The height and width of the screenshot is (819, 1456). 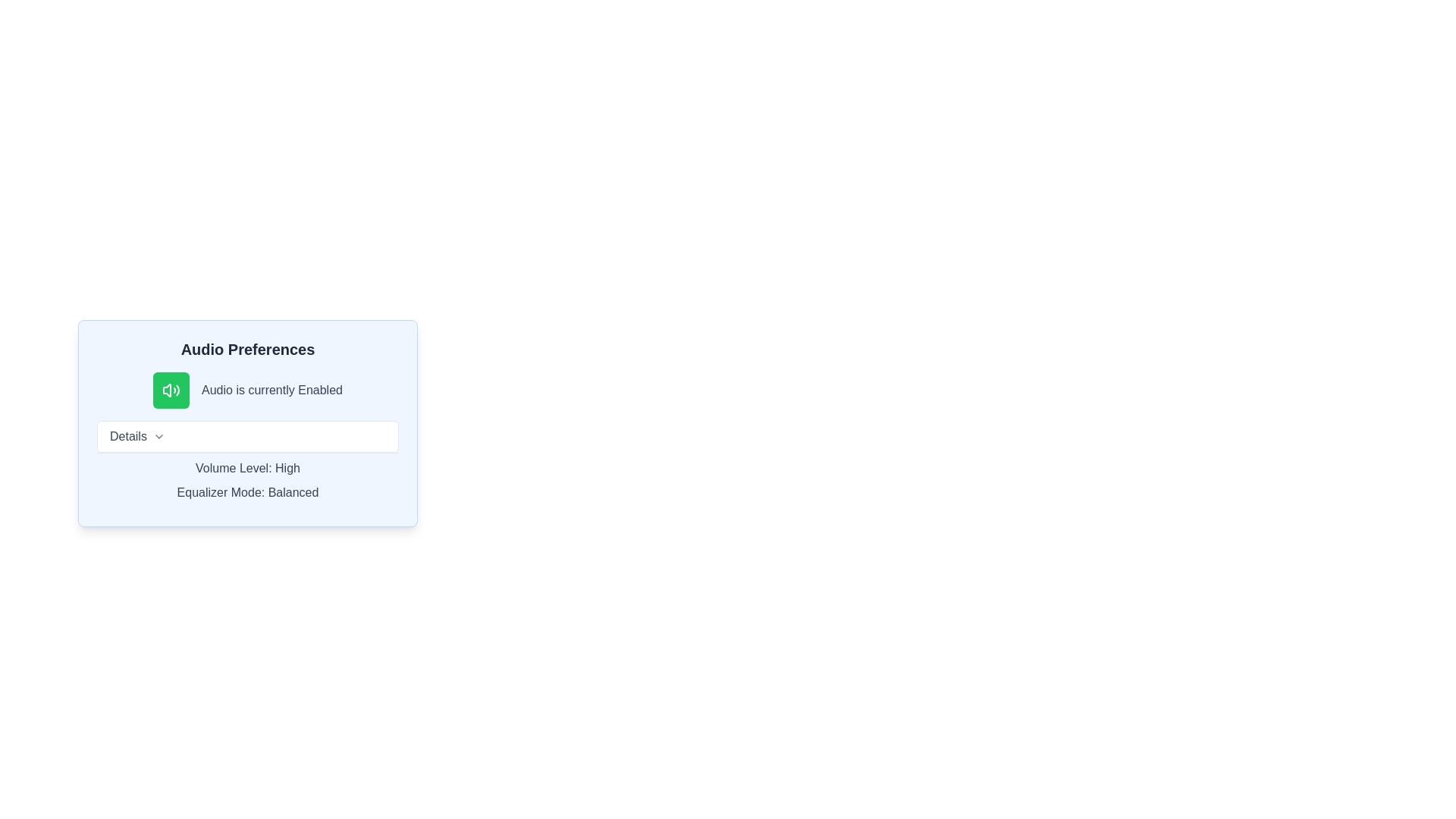 I want to click on the static text label displaying 'Volume Level: High', which is styled with a clean sans-serif font and located in the 'Audio Preferences' section, so click(x=247, y=467).